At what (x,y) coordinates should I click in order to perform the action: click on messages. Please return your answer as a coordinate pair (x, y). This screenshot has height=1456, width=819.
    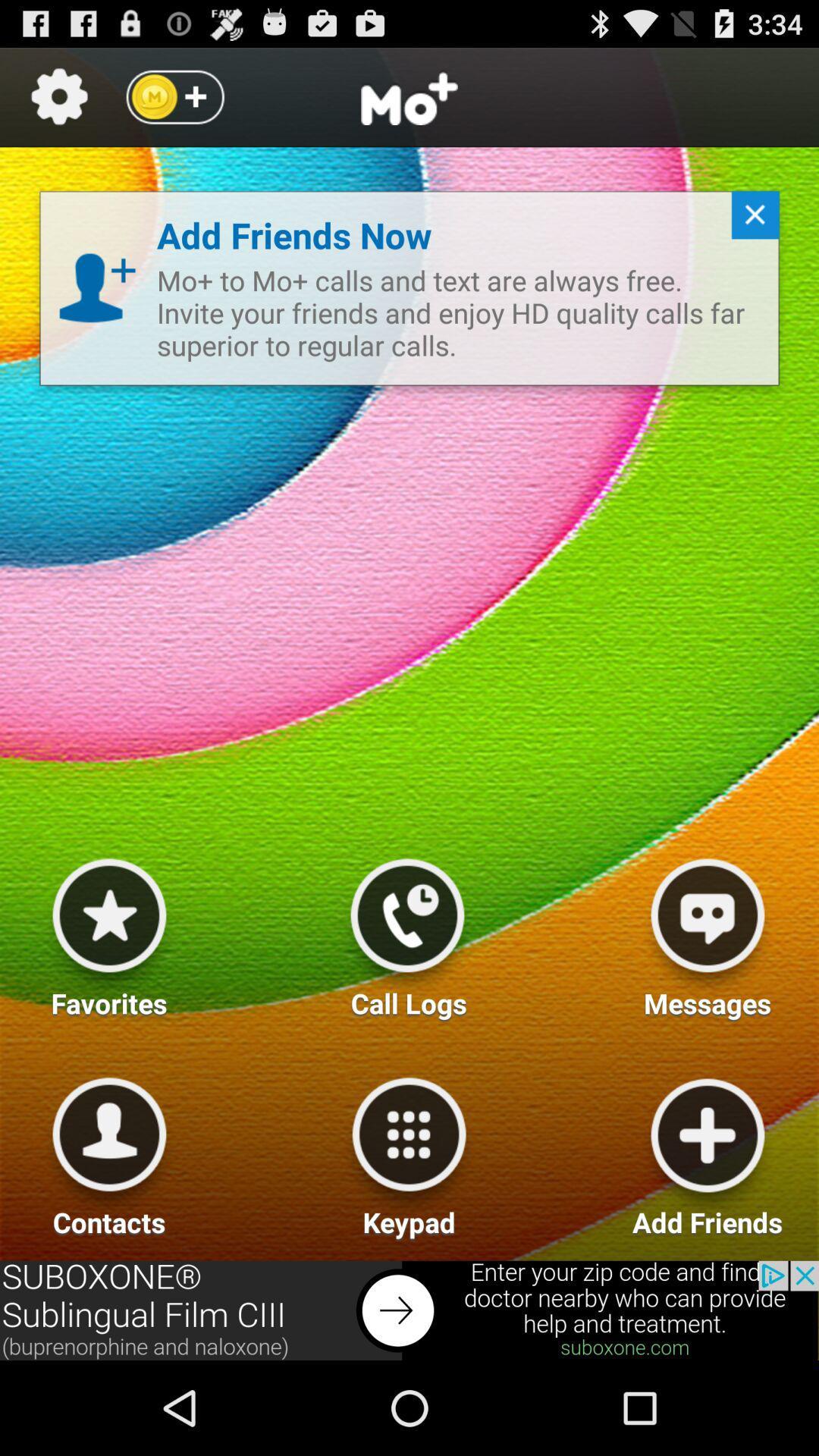
    Looking at the image, I should click on (708, 931).